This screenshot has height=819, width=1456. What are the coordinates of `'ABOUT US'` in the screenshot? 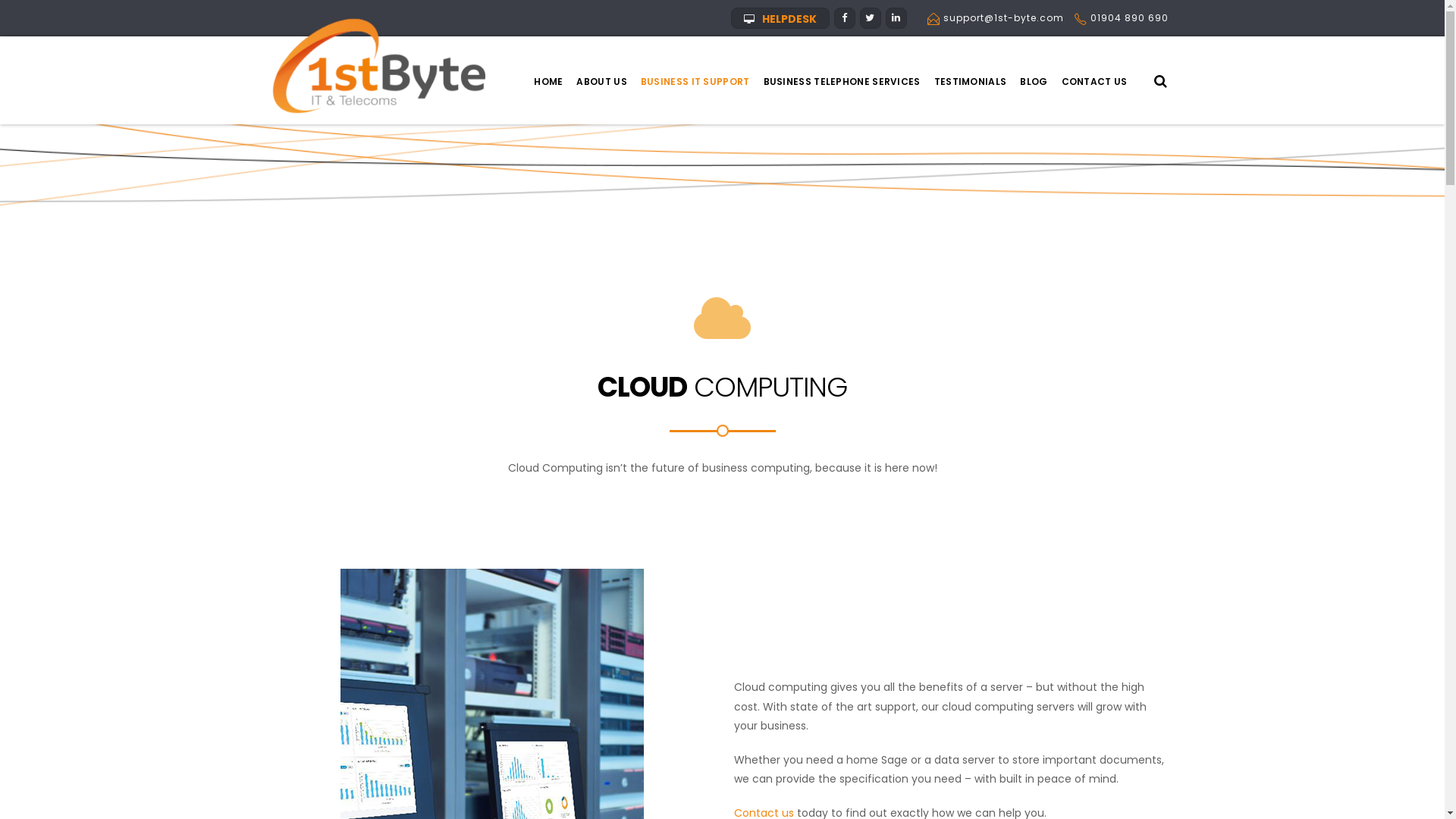 It's located at (600, 82).